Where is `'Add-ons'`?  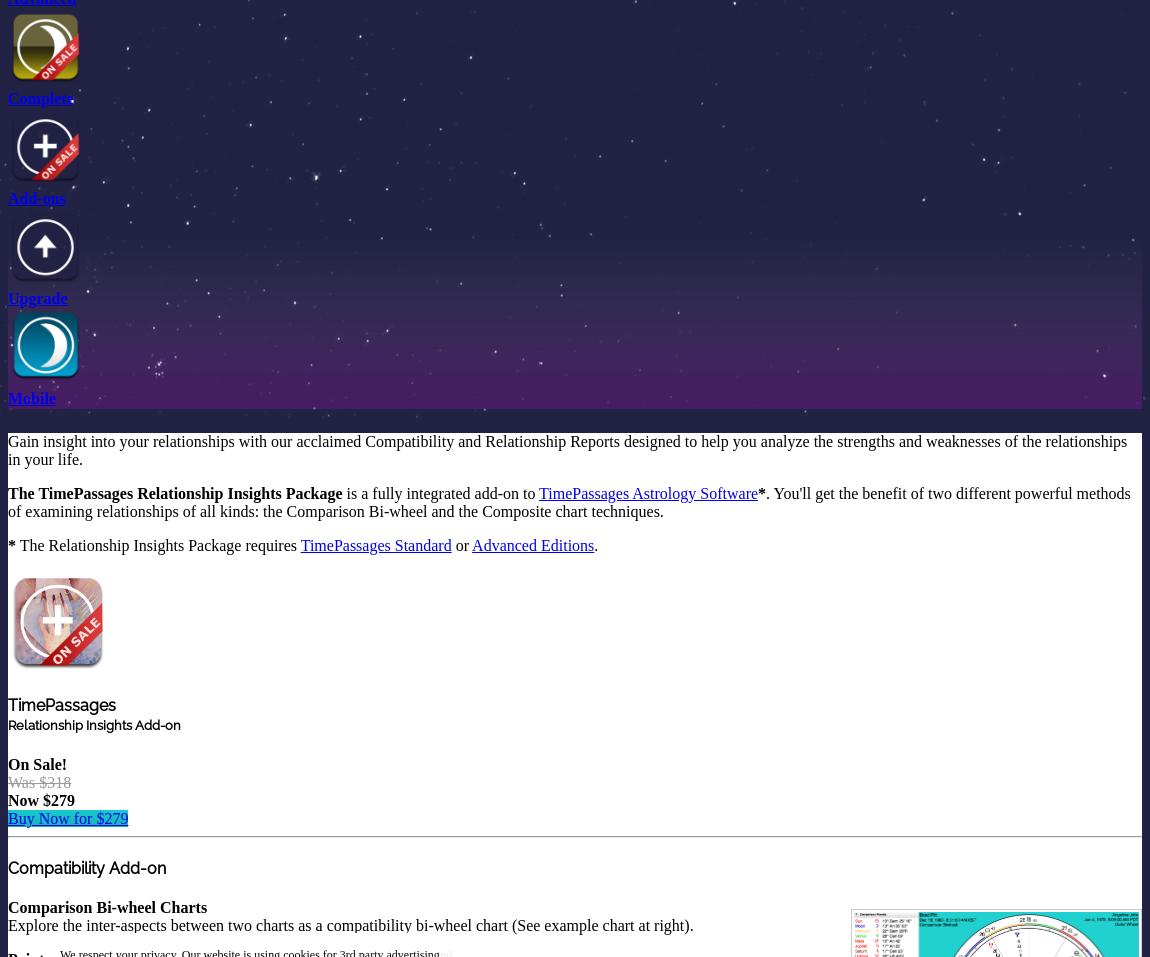
'Add-ons' is located at coordinates (7, 197).